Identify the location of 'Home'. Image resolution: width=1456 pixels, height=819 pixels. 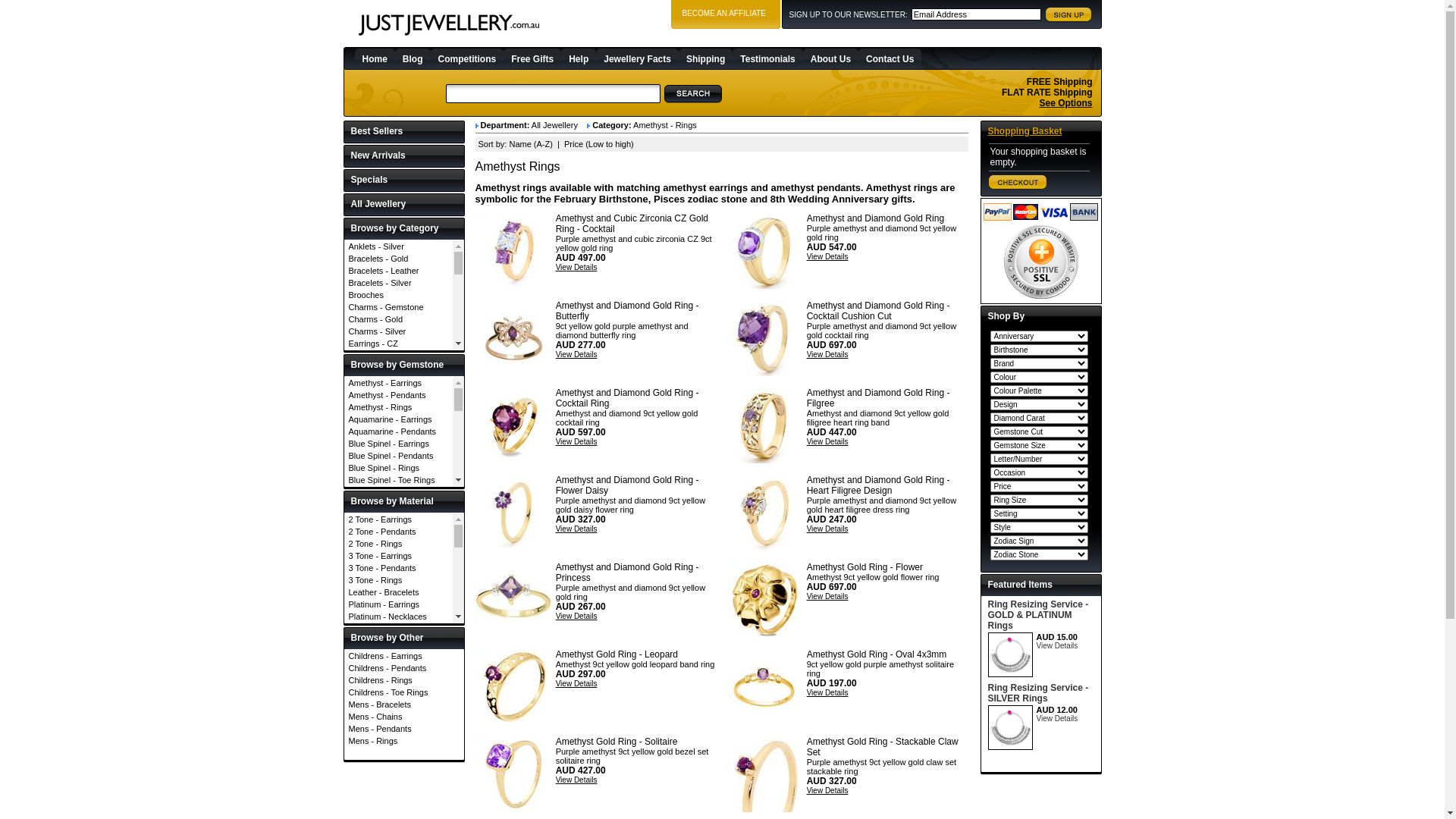
(375, 58).